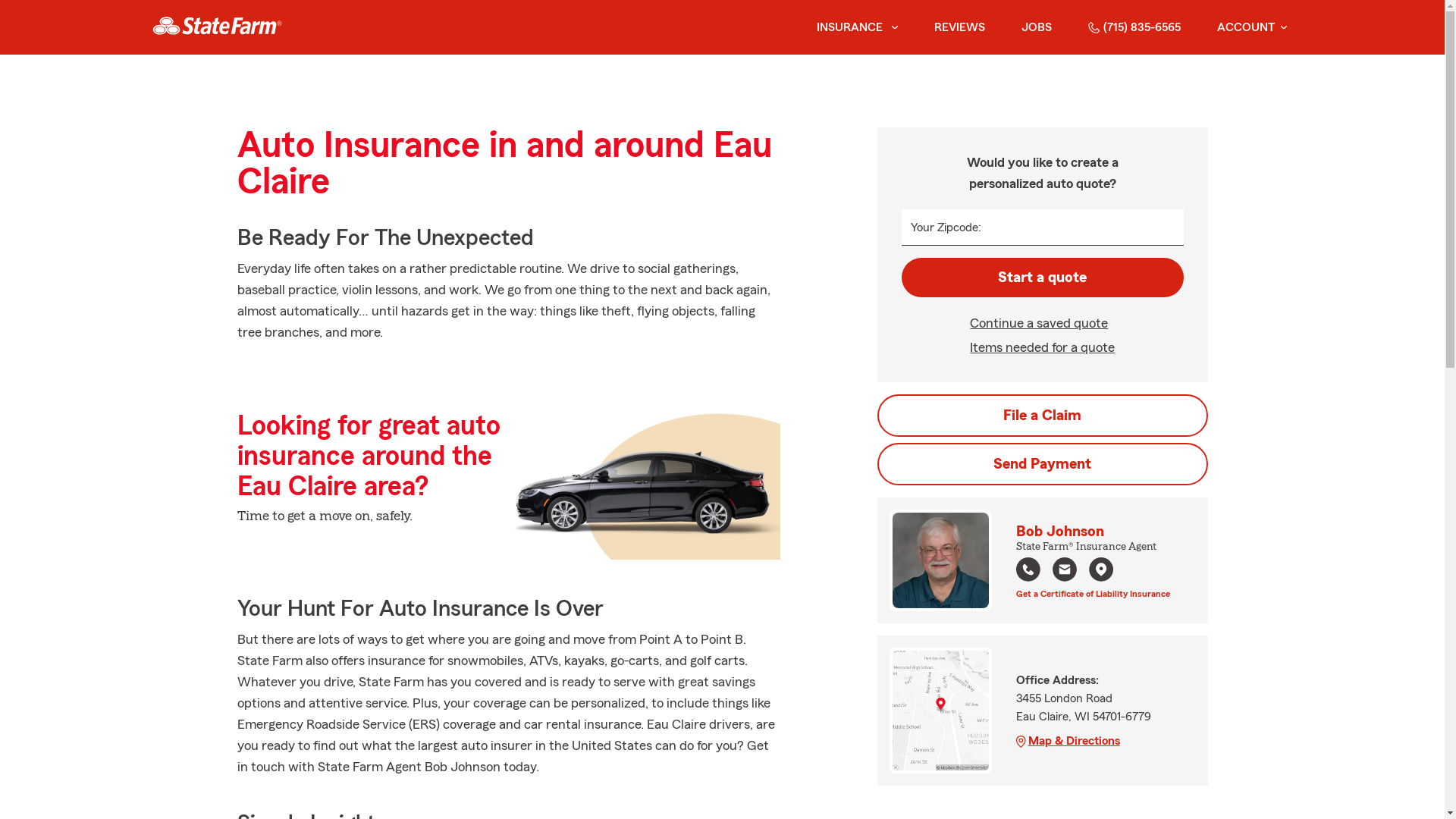  Describe the element at coordinates (846, 27) in the screenshot. I see `'INSURANCE'` at that location.